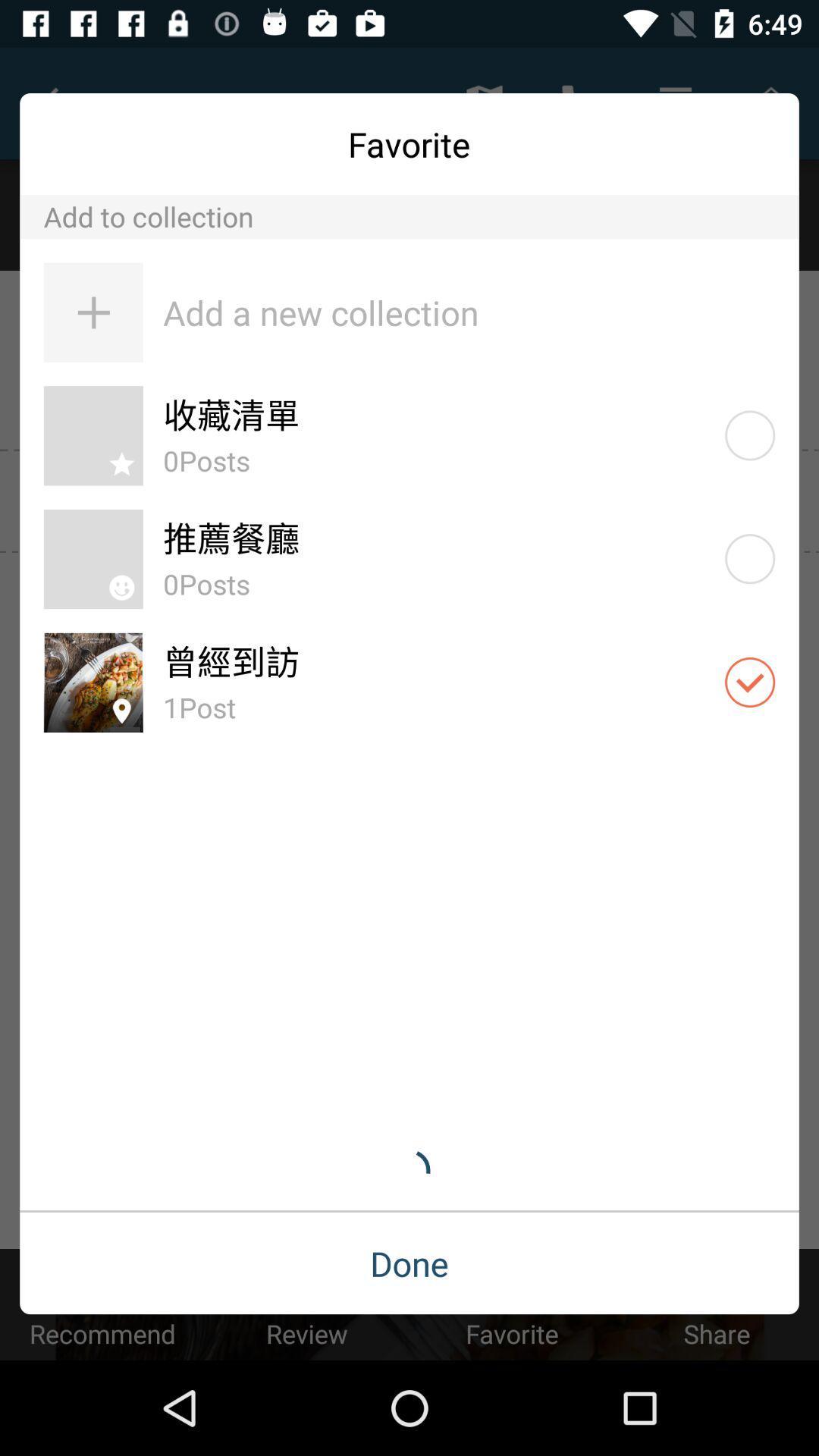  Describe the element at coordinates (409, 1263) in the screenshot. I see `the done icon` at that location.